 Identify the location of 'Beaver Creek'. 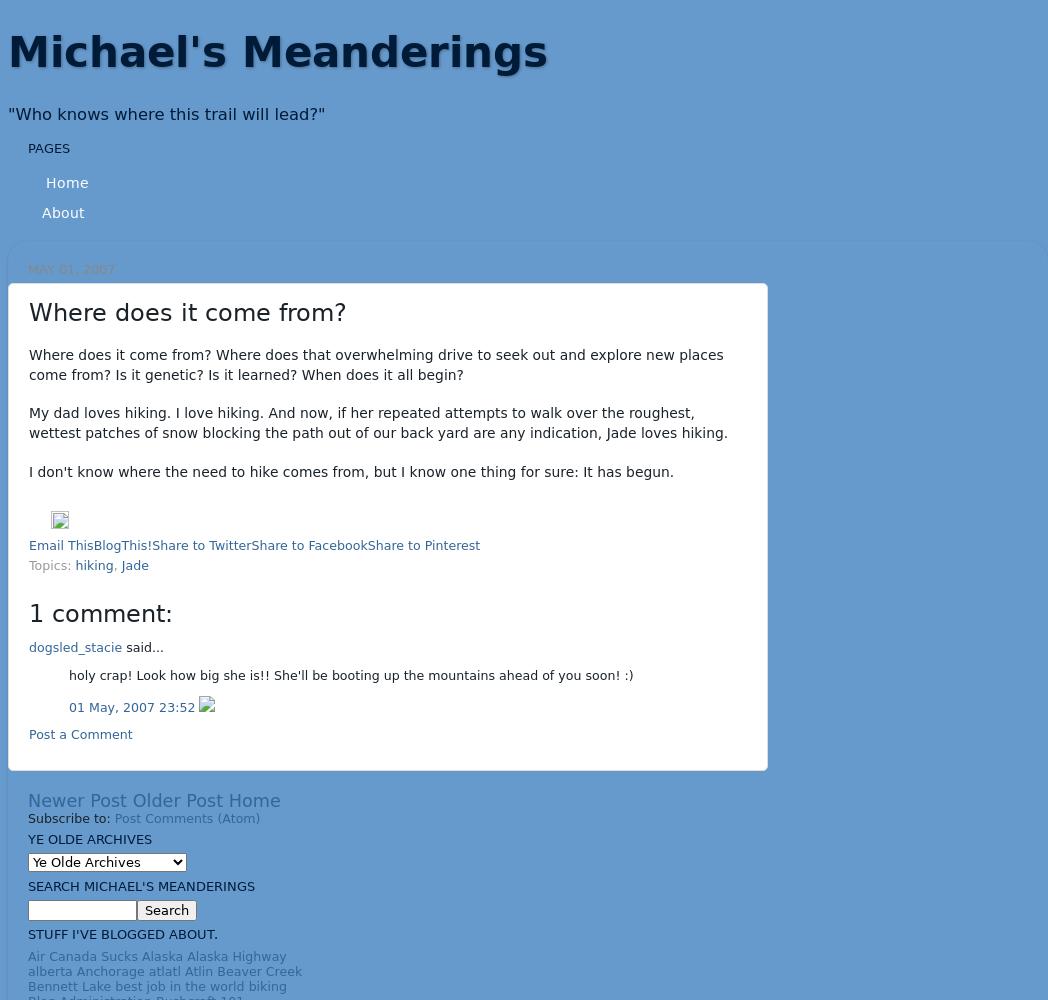
(259, 969).